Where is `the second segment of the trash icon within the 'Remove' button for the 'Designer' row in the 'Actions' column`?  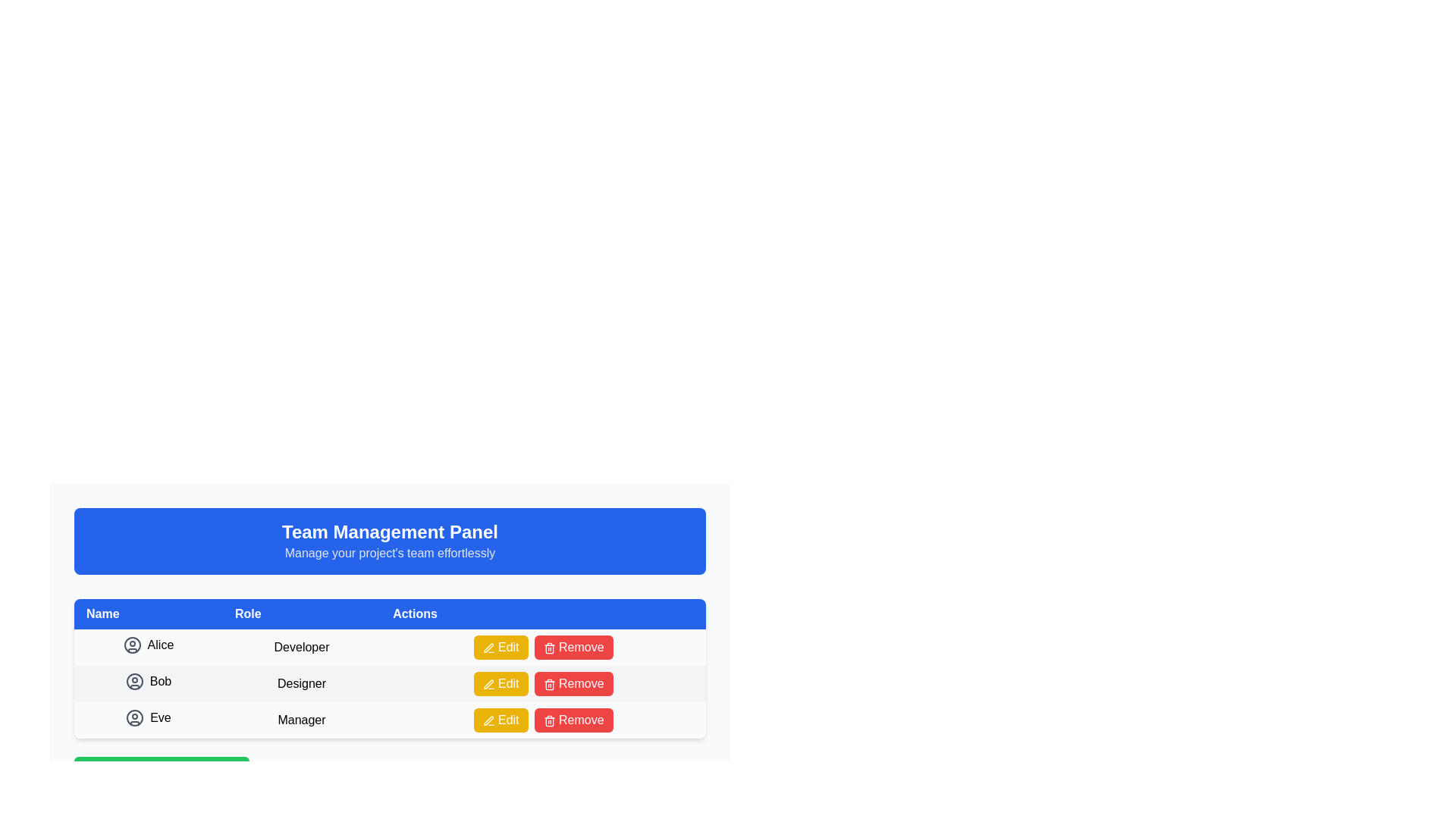
the second segment of the trash icon within the 'Remove' button for the 'Designer' row in the 'Actions' column is located at coordinates (548, 721).